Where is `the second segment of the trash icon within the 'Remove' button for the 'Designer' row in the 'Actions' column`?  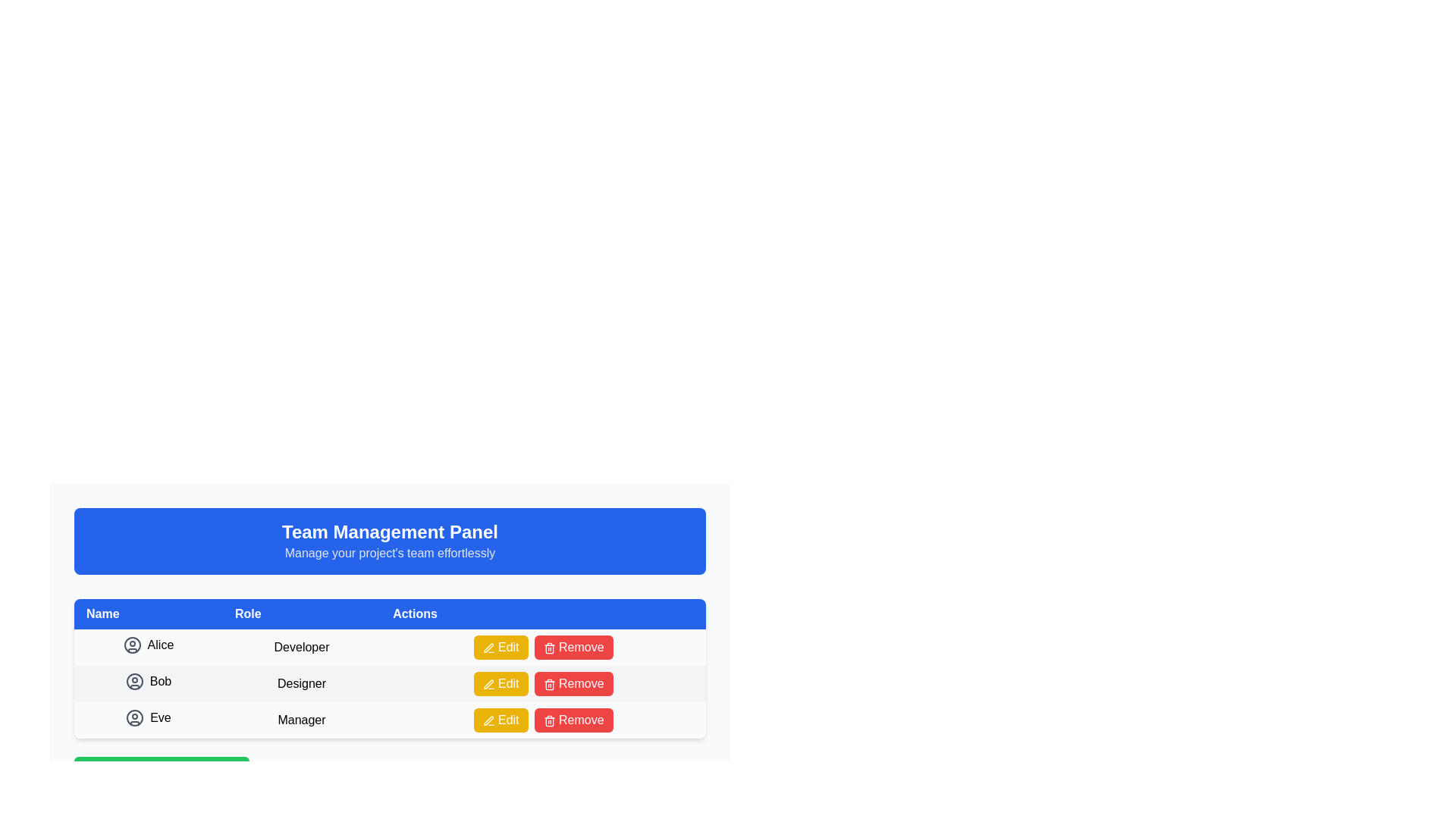
the second segment of the trash icon within the 'Remove' button for the 'Designer' row in the 'Actions' column is located at coordinates (548, 721).